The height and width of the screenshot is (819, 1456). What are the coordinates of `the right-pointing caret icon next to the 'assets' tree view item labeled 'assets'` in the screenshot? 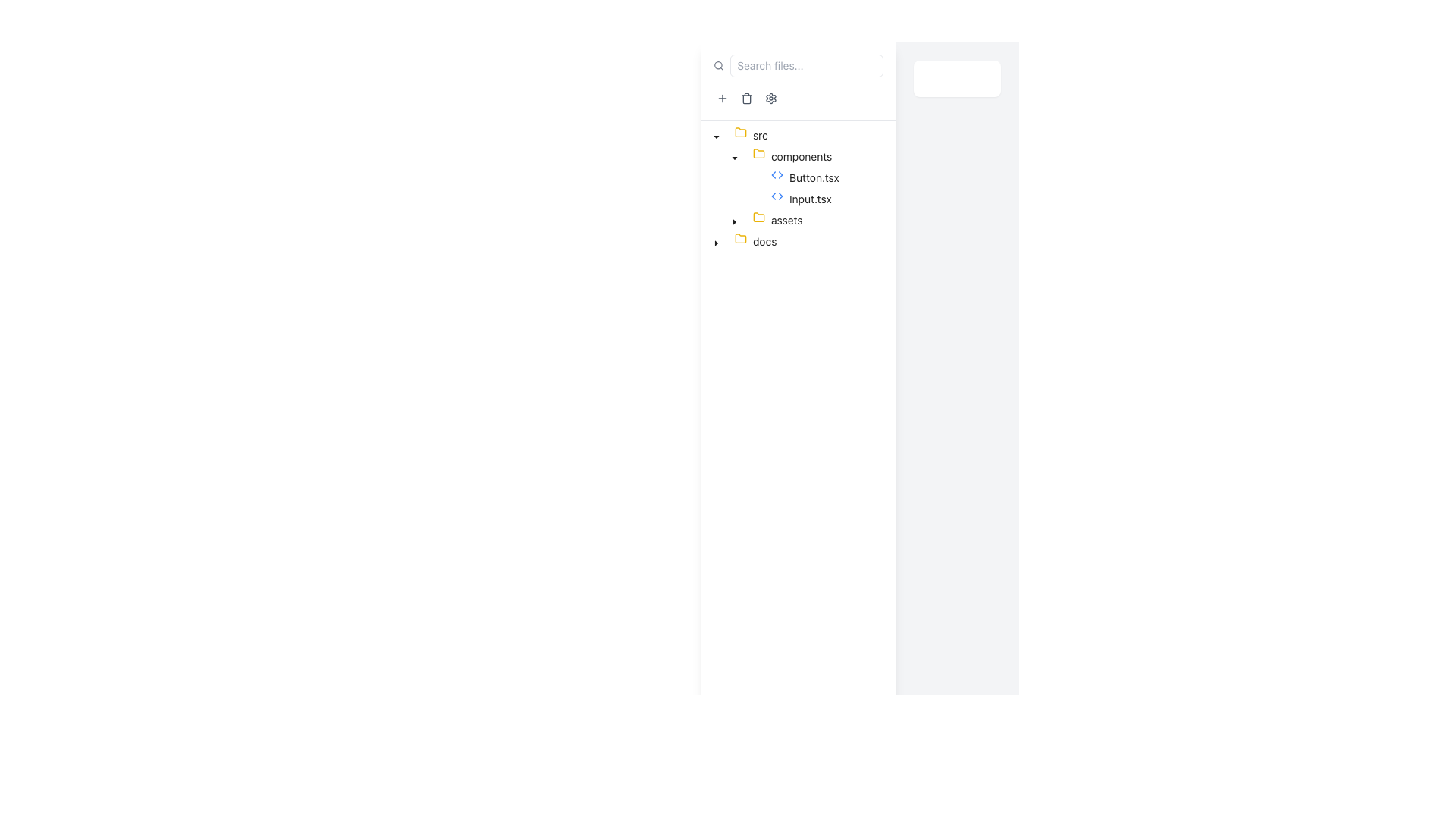 It's located at (758, 220).